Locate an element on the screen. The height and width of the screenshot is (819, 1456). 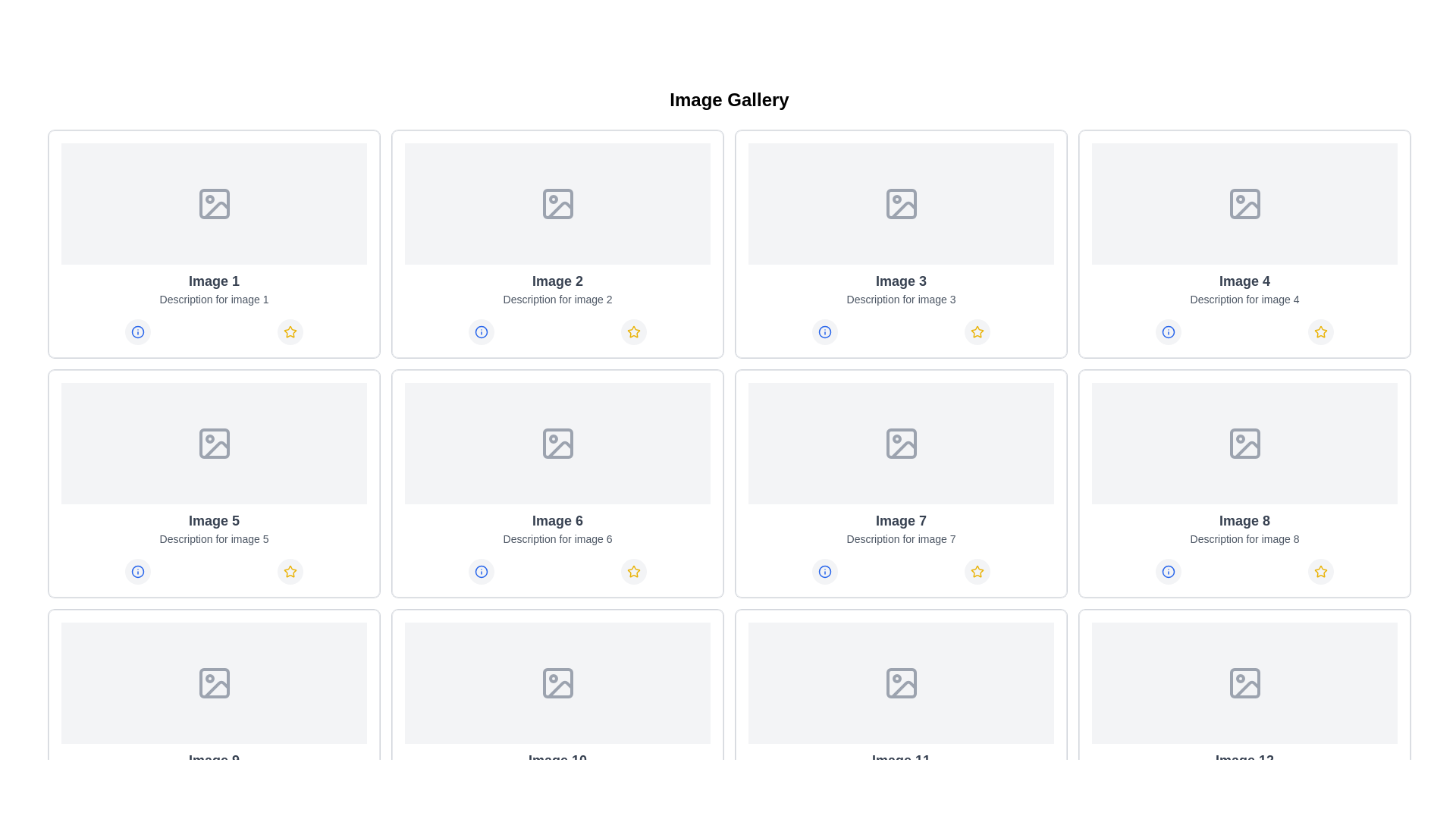
the text label located beneath the title 'Image 3' in the first row of the gallery grid, which provides descriptive context for the image is located at coordinates (901, 299).